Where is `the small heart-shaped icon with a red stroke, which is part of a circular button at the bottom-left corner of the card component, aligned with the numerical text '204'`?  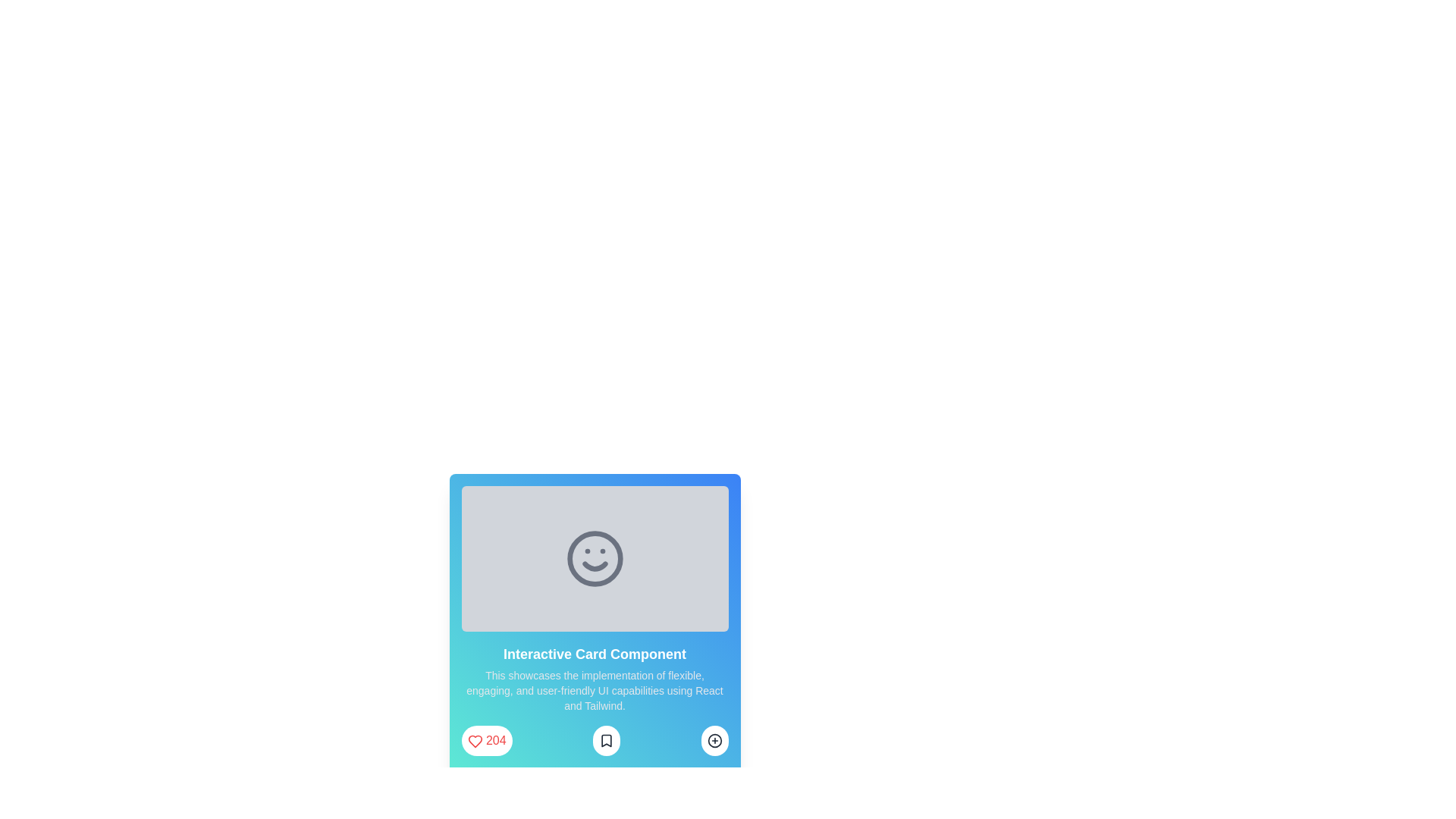 the small heart-shaped icon with a red stroke, which is part of a circular button at the bottom-left corner of the card component, aligned with the numerical text '204' is located at coordinates (474, 740).